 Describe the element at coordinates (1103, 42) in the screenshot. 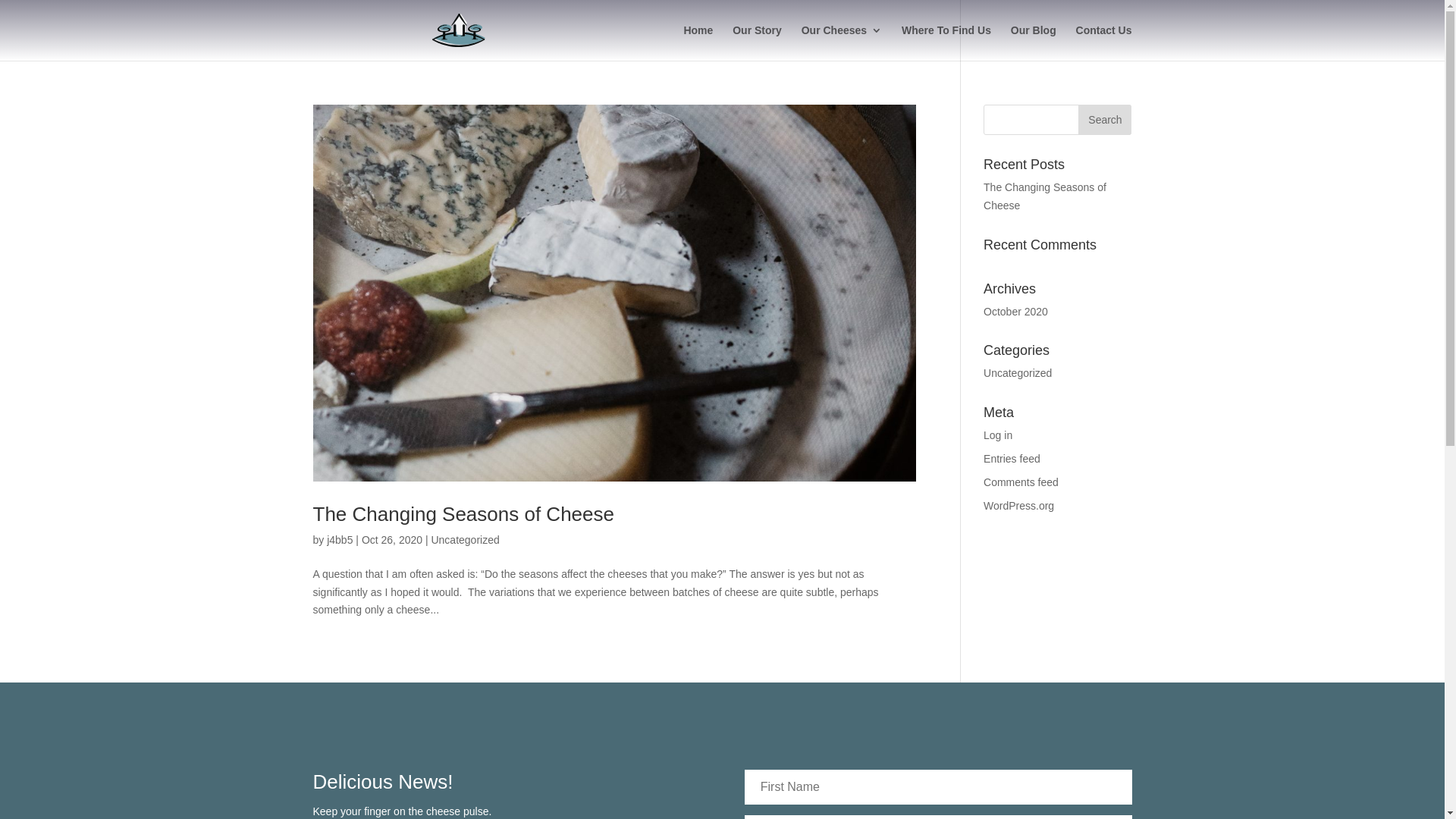

I see `'Contact Us'` at that location.